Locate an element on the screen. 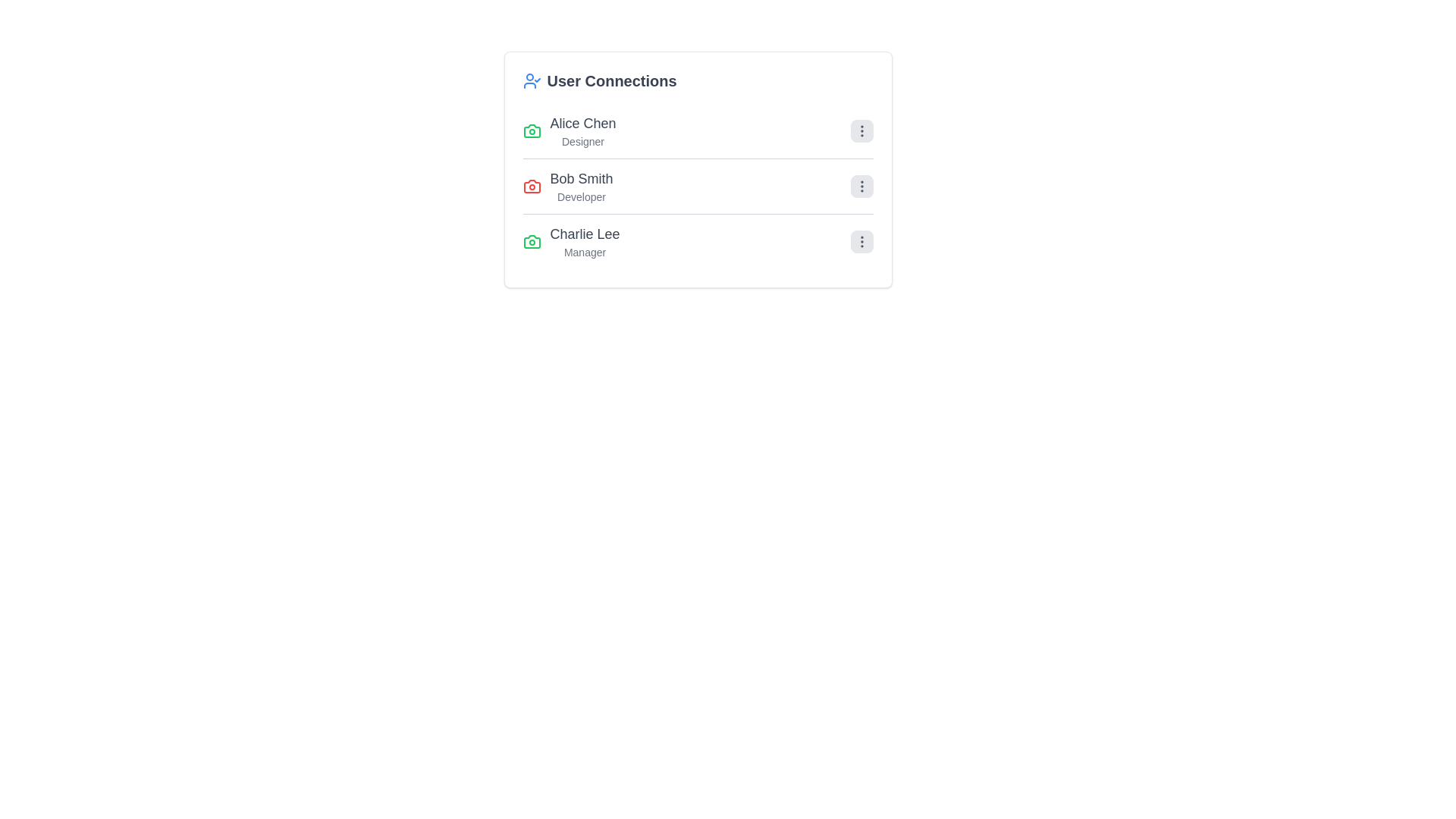  the user connection entry displaying 'Bob Smith' with a red camera icon and additional text 'Developer' is located at coordinates (566, 186).